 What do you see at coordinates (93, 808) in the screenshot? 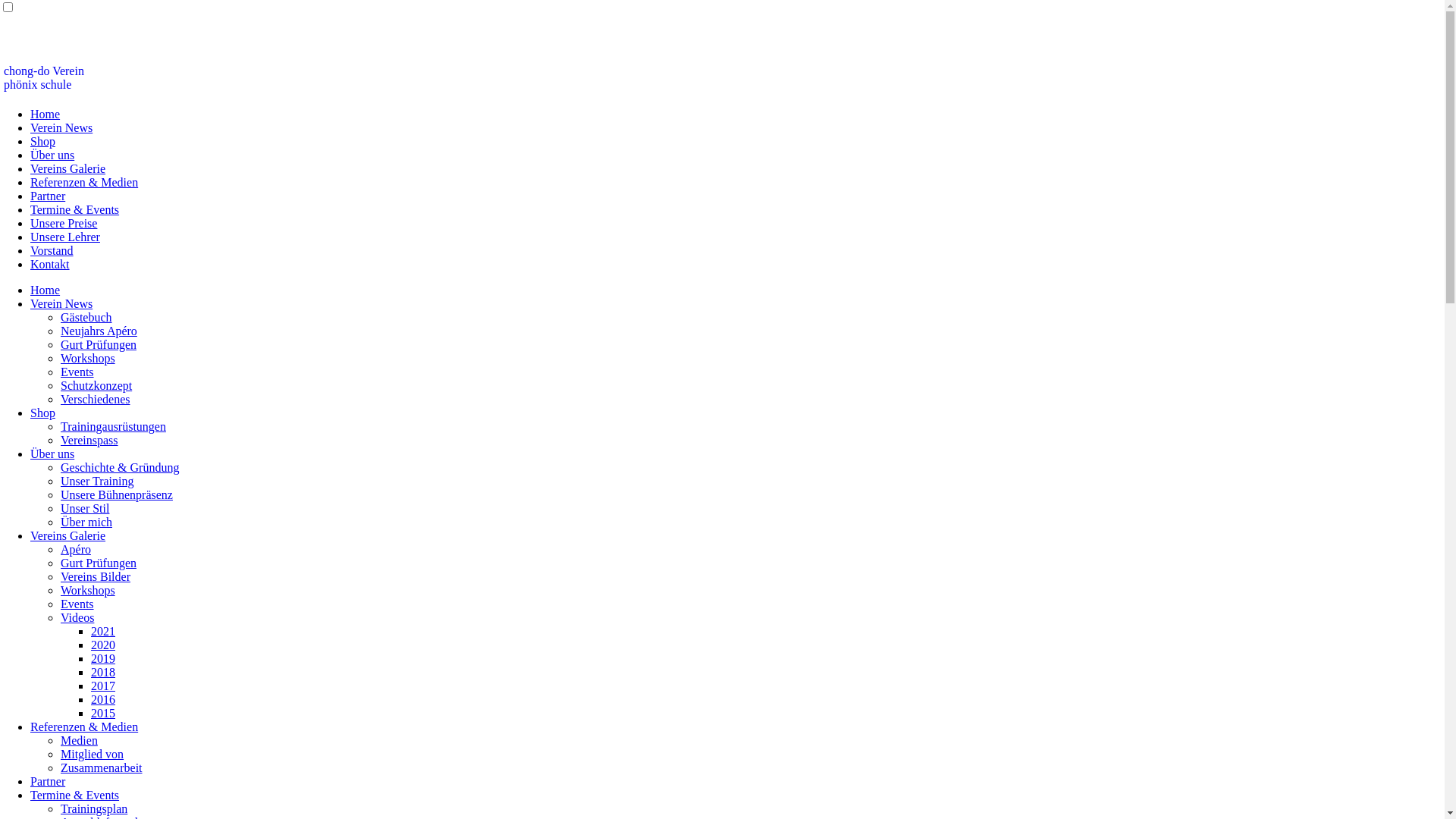
I see `'Trainingsplan'` at bounding box center [93, 808].